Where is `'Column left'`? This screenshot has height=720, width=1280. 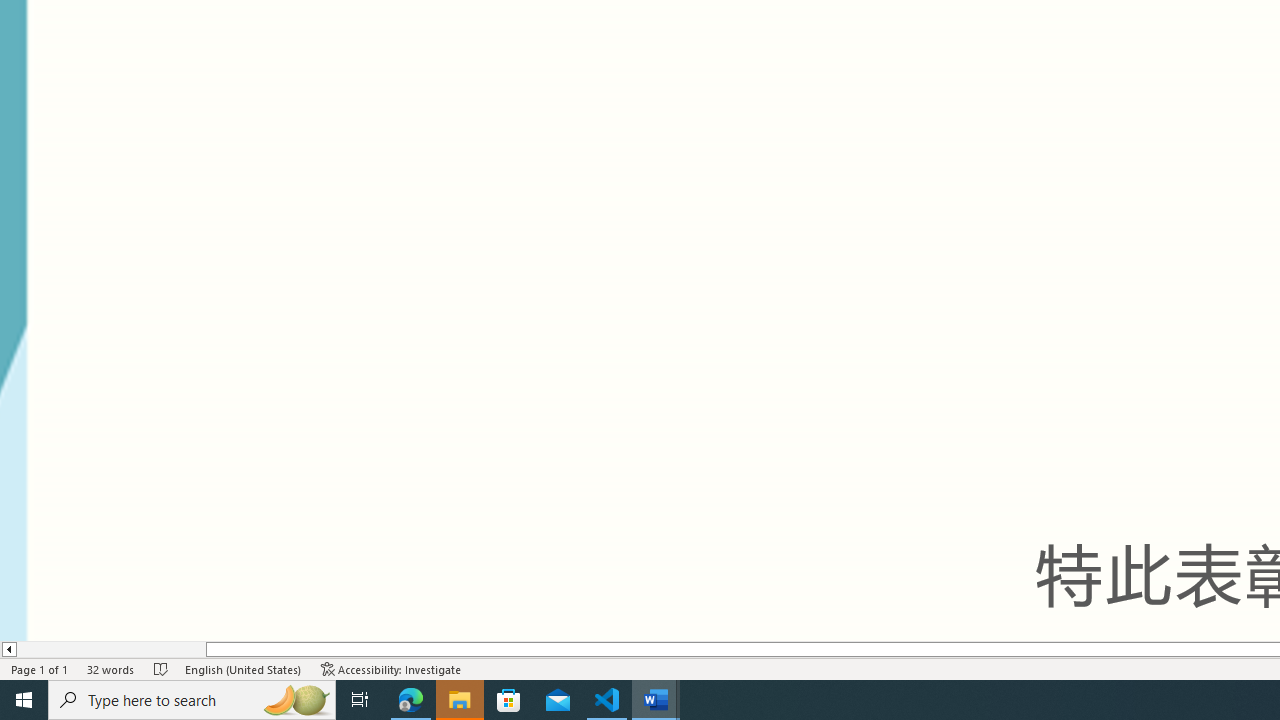 'Column left' is located at coordinates (8, 649).